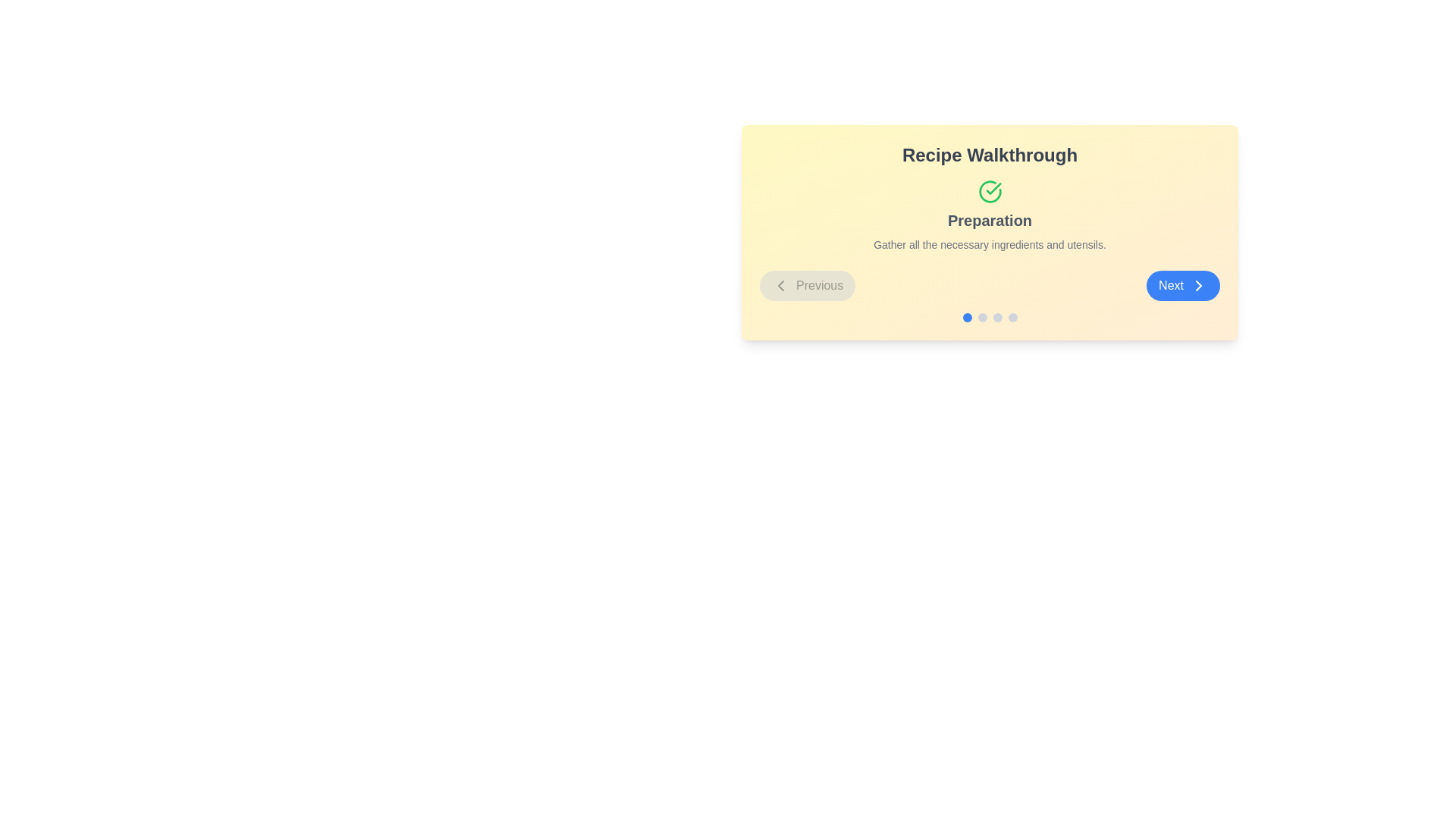  Describe the element at coordinates (990, 191) in the screenshot. I see `the green circular icon with a checkmark inside, which is positioned above the text 'Preparation' in the step description card` at that location.